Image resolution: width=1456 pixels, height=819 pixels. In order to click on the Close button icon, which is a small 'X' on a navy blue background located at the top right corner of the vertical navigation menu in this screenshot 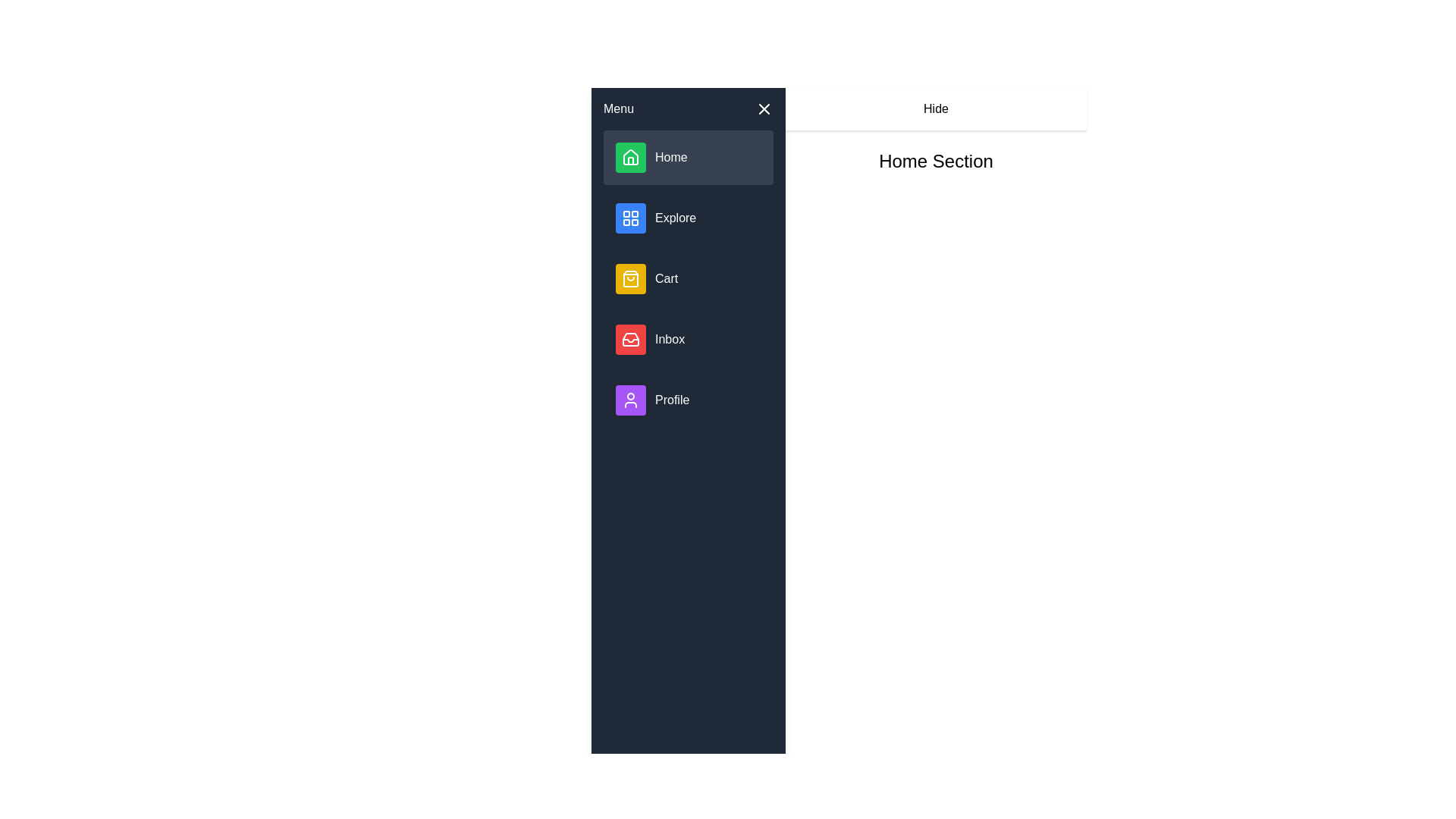, I will do `click(764, 108)`.